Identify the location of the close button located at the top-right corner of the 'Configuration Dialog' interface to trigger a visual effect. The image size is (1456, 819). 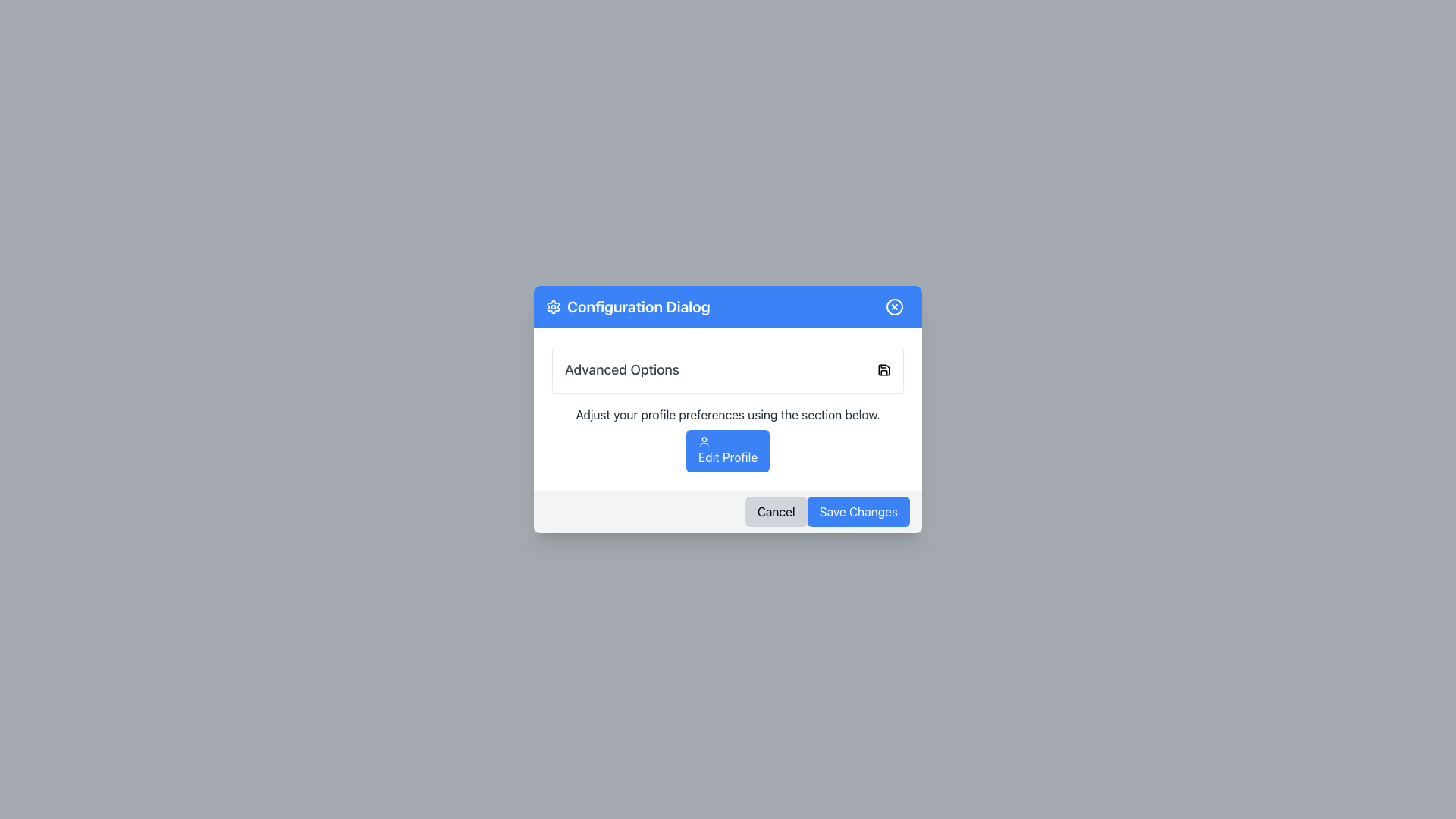
(895, 307).